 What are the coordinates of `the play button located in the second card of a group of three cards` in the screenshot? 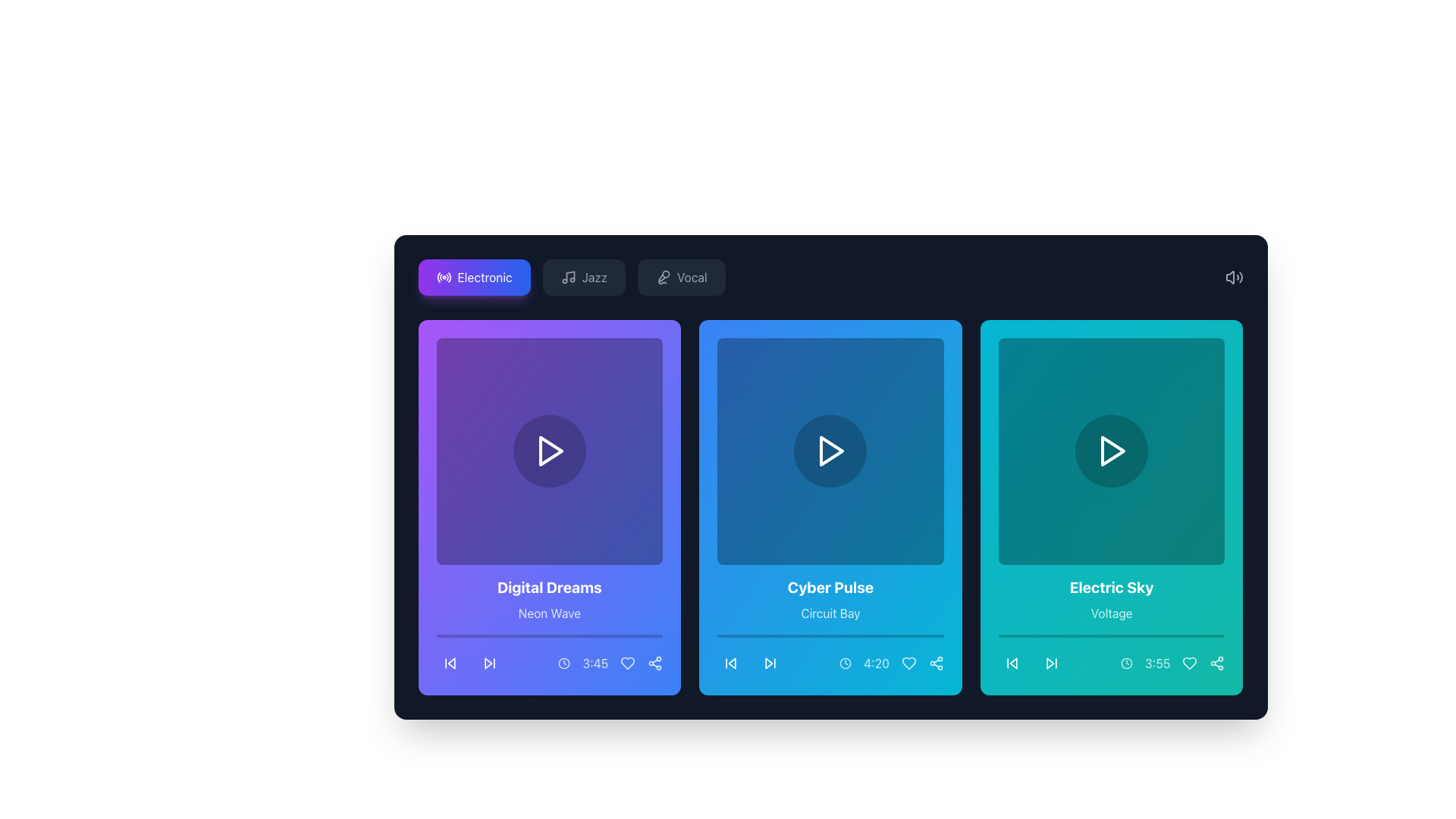 It's located at (830, 450).